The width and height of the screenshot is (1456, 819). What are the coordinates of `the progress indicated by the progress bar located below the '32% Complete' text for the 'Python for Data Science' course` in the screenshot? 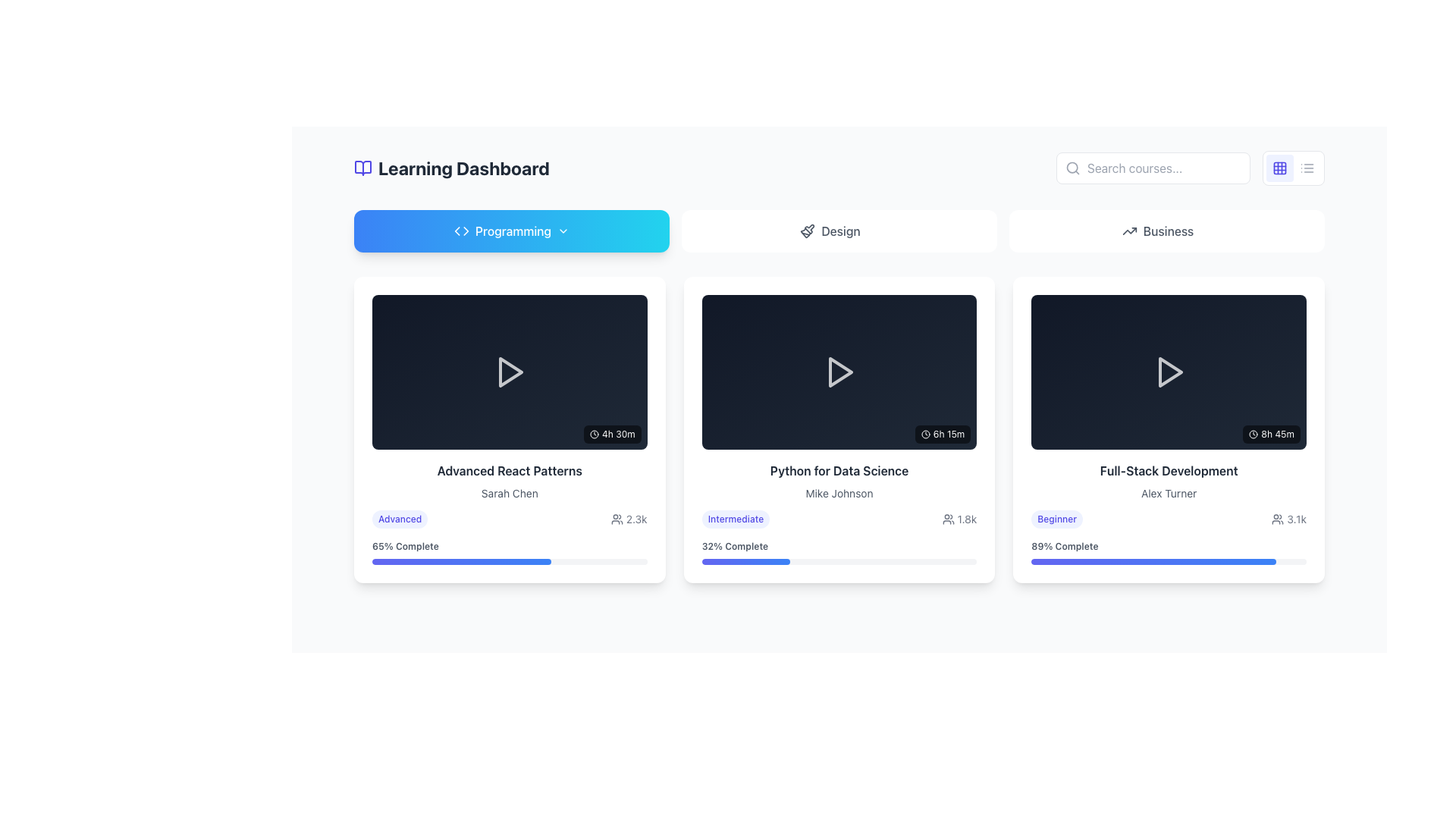 It's located at (839, 561).